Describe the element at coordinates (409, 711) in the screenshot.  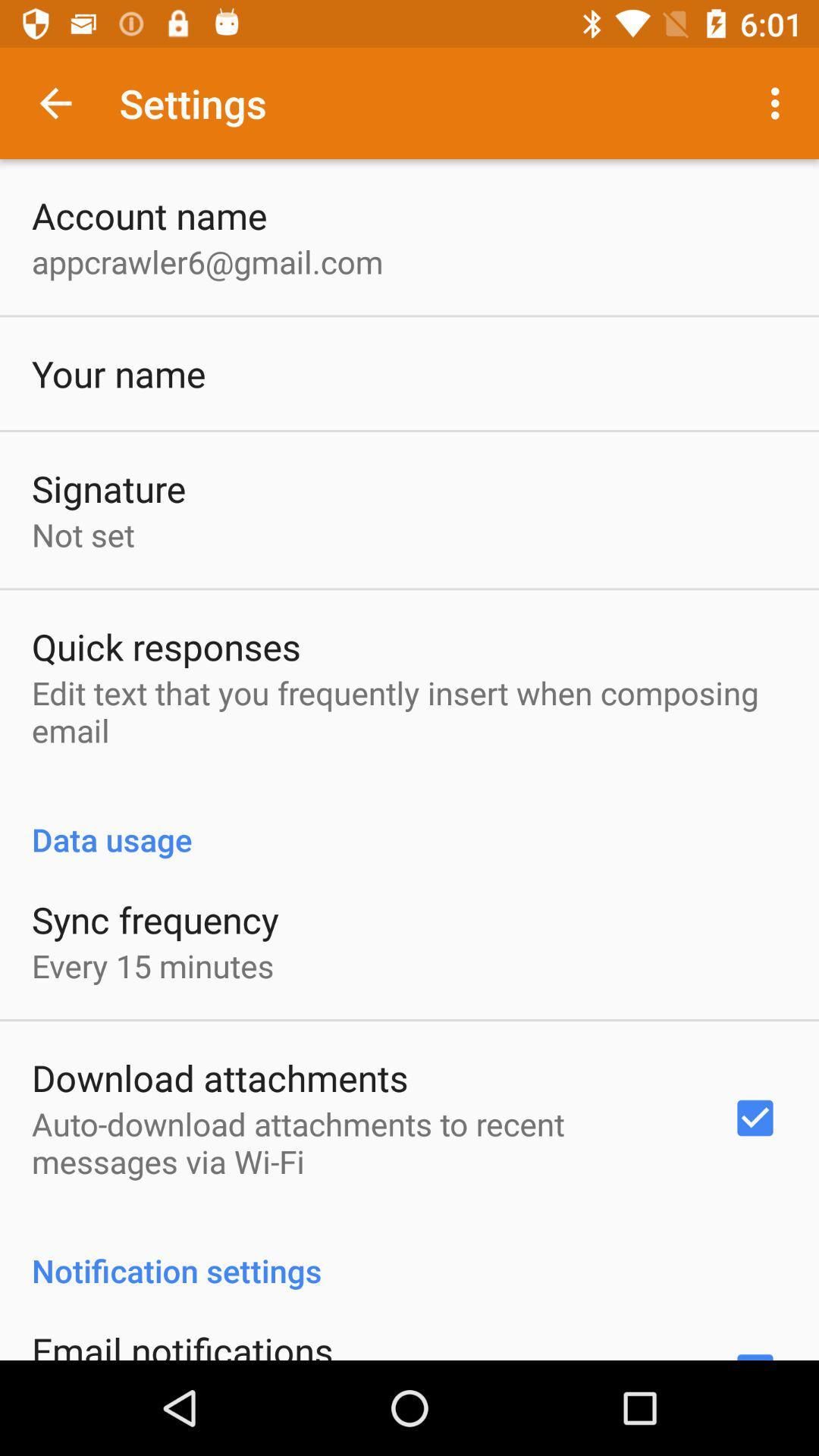
I see `edit text that app` at that location.